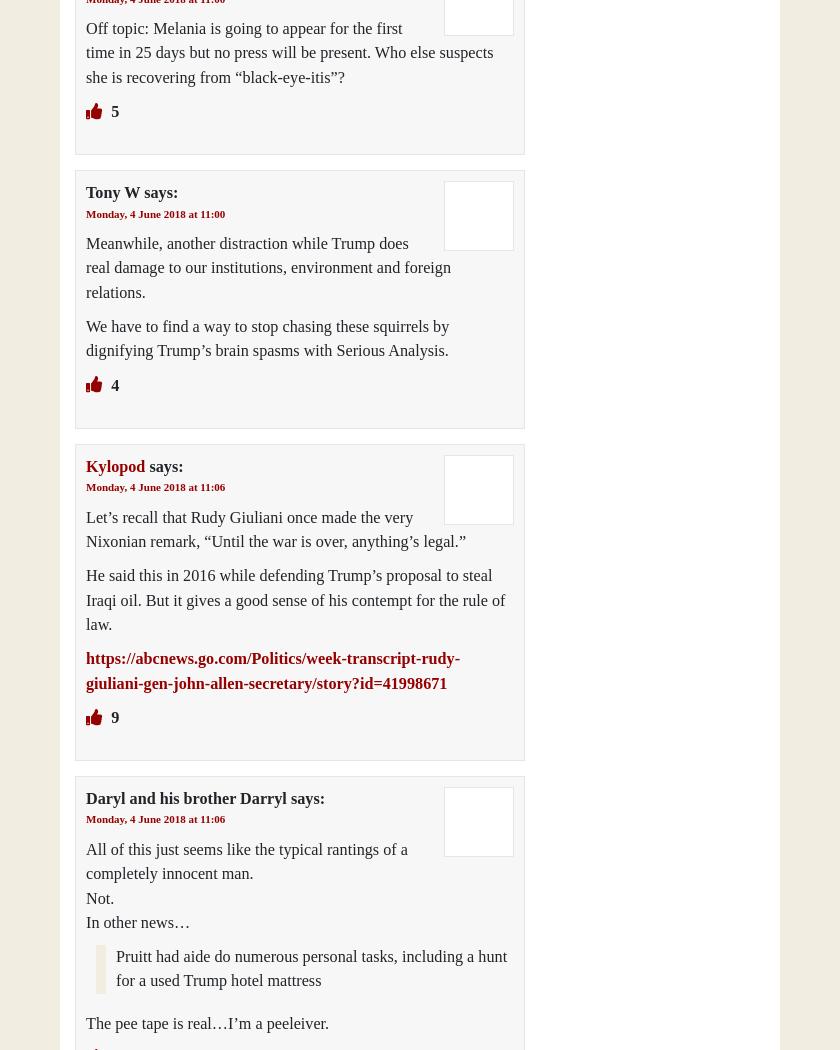 This screenshot has height=1050, width=840. Describe the element at coordinates (207, 1022) in the screenshot. I see `'The pee tape is real…I’m a peeleiver.'` at that location.